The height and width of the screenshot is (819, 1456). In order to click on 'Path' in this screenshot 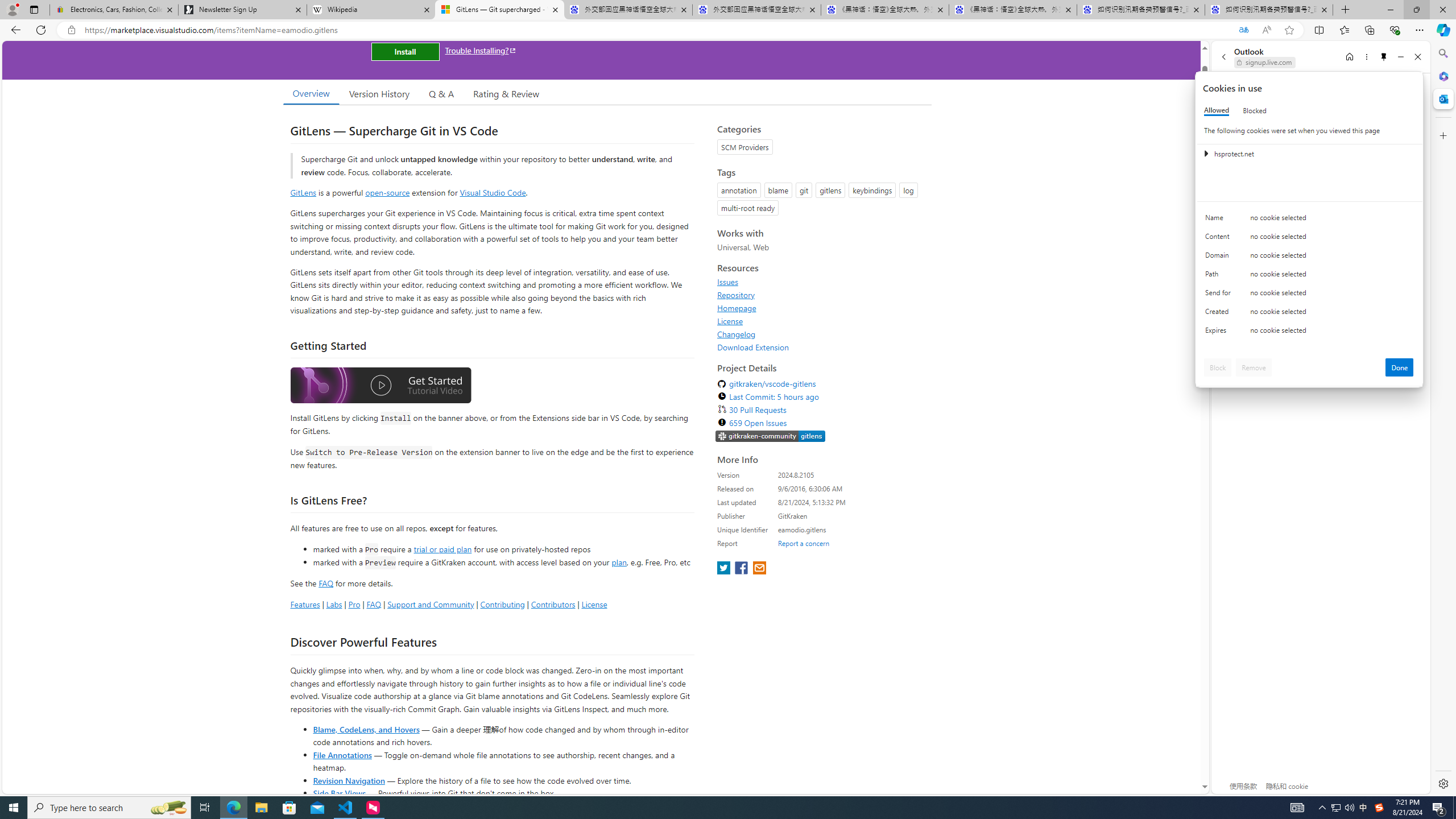, I will do `click(1219, 276)`.